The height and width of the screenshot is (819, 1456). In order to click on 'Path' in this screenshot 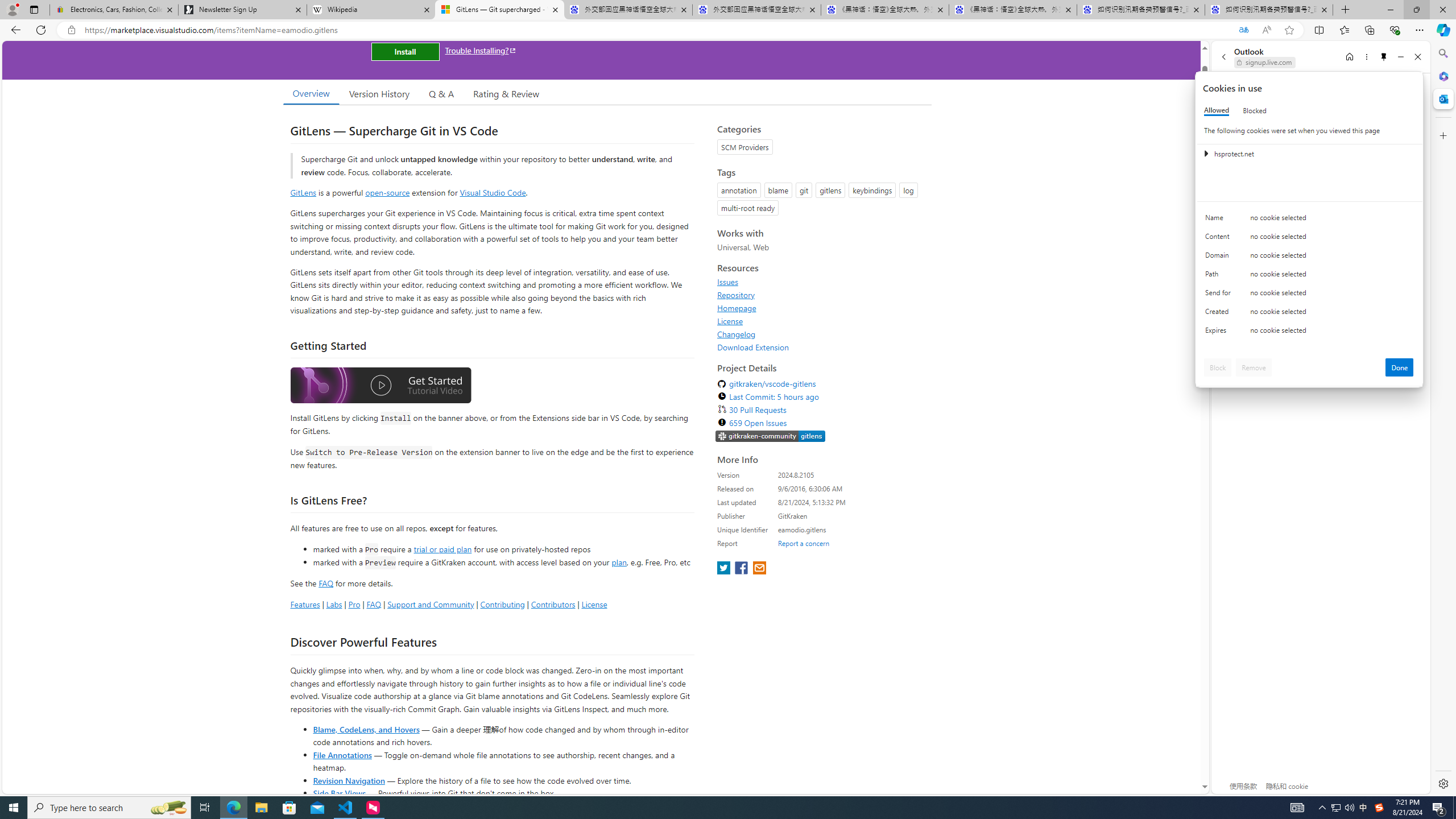, I will do `click(1219, 276)`.